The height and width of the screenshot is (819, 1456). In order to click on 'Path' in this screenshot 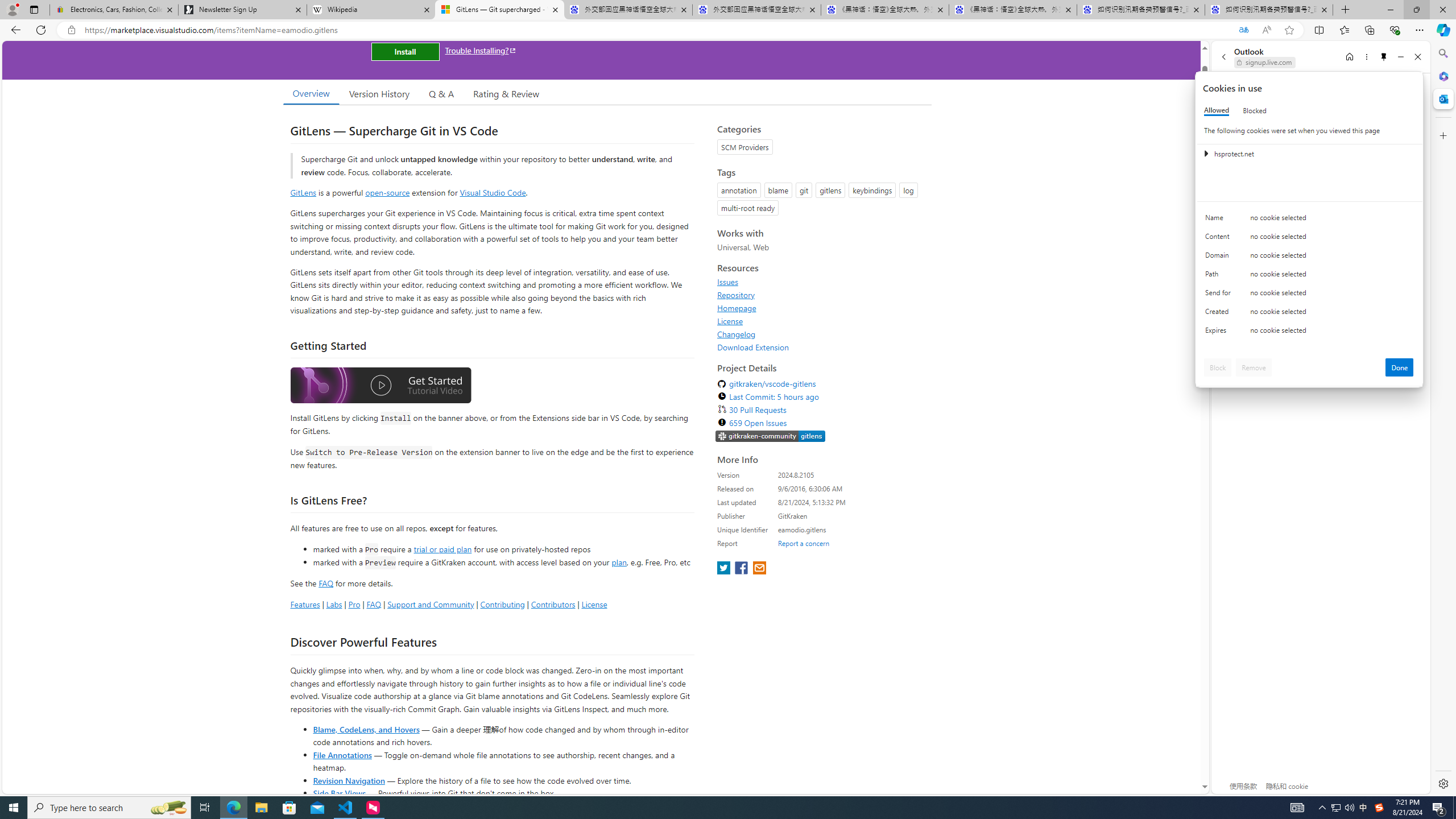, I will do `click(1219, 276)`.